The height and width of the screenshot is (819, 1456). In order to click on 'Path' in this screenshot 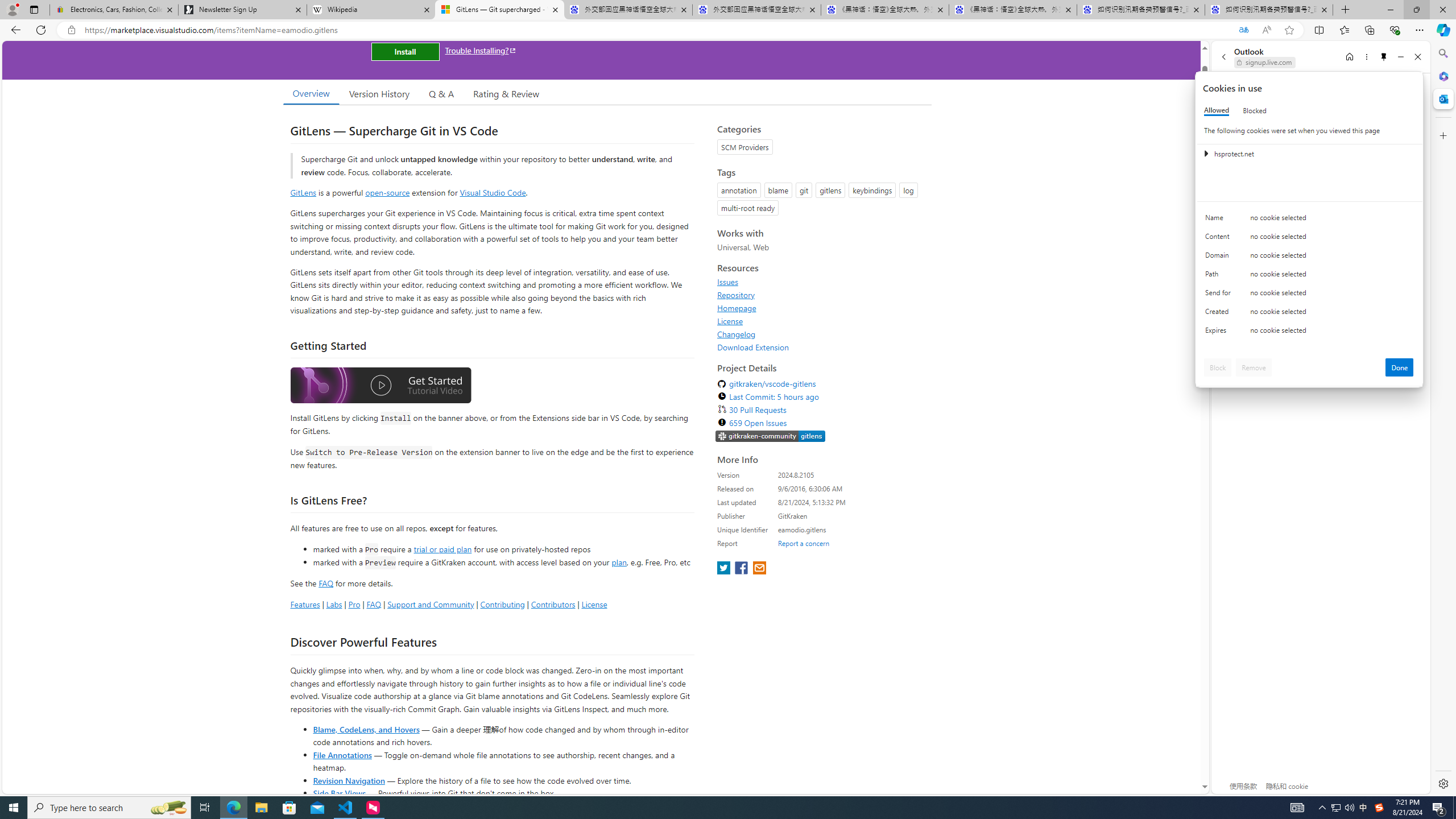, I will do `click(1219, 276)`.